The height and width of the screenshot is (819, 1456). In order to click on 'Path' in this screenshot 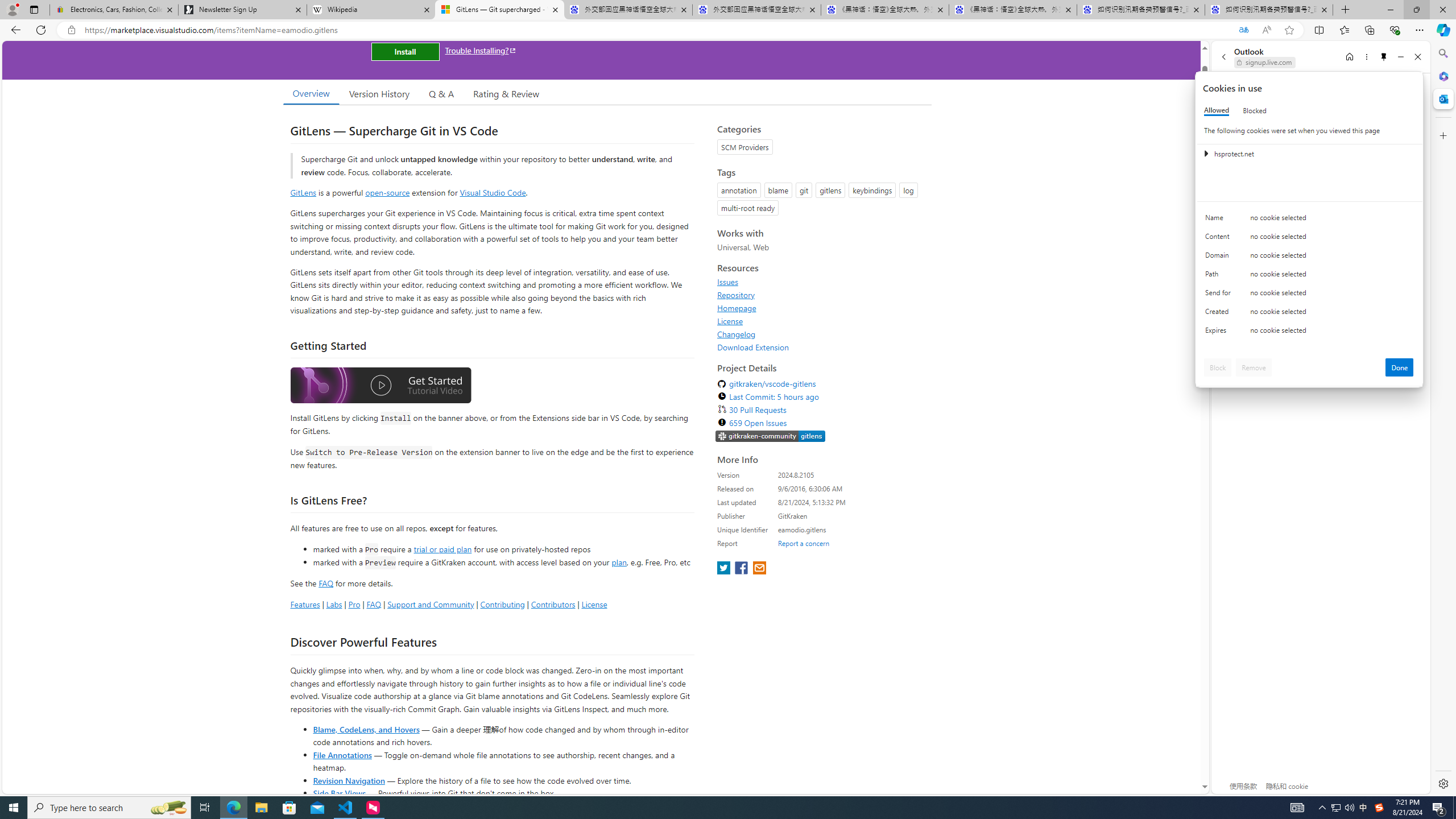, I will do `click(1219, 276)`.